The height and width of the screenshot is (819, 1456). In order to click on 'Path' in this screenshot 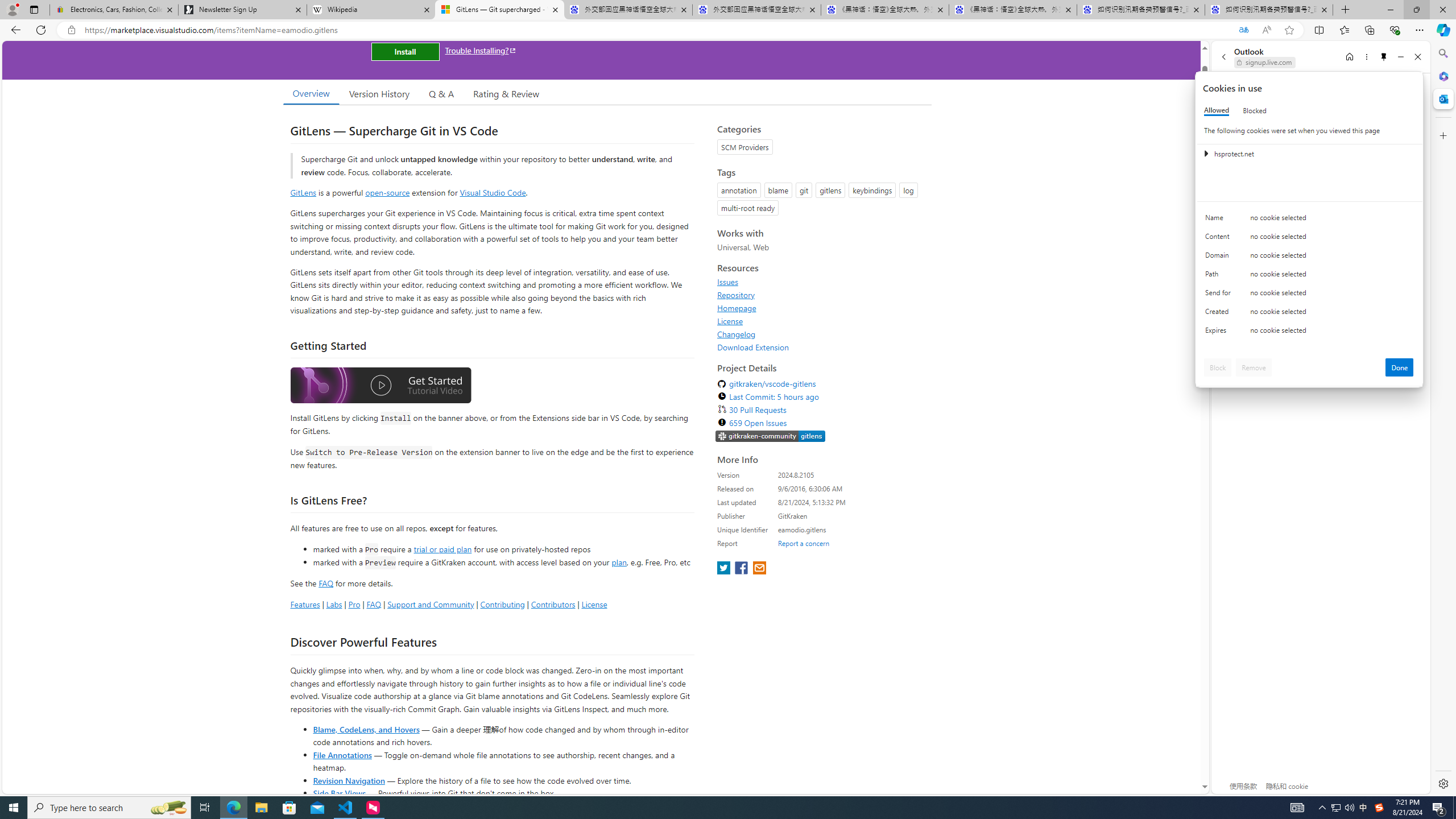, I will do `click(1219, 276)`.